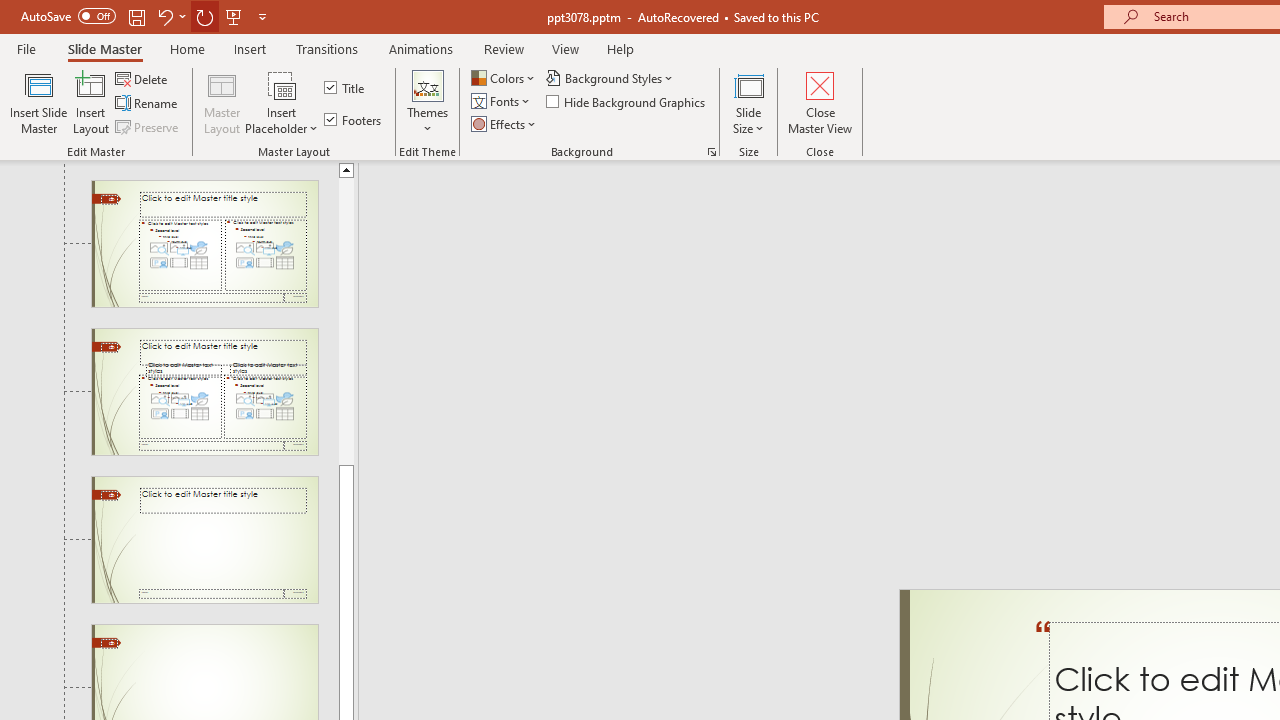 This screenshot has height=720, width=1280. I want to click on 'Slide Size', so click(748, 103).